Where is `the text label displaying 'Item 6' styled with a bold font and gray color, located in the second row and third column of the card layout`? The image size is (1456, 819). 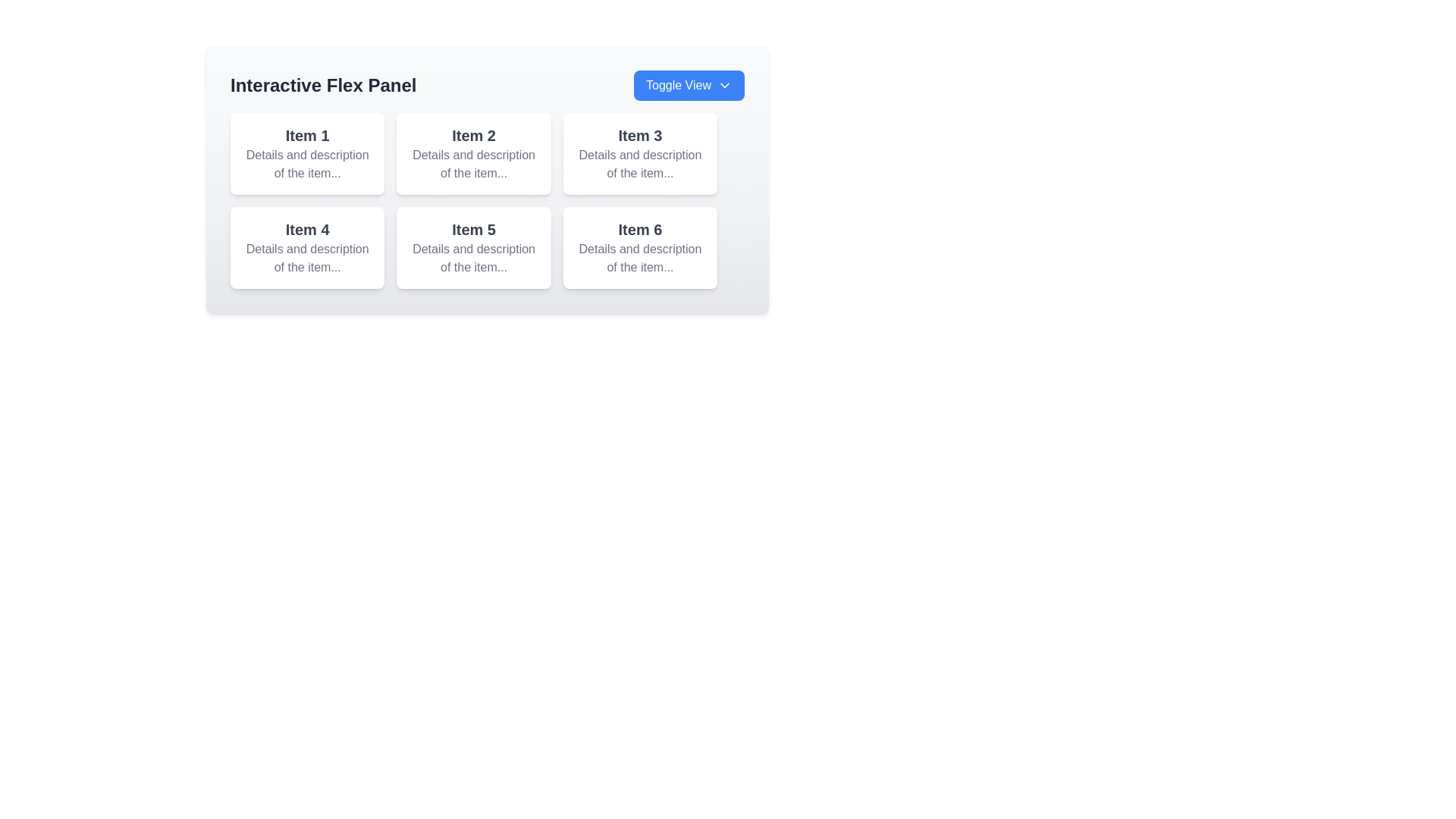 the text label displaying 'Item 6' styled with a bold font and gray color, located in the second row and third column of the card layout is located at coordinates (640, 230).